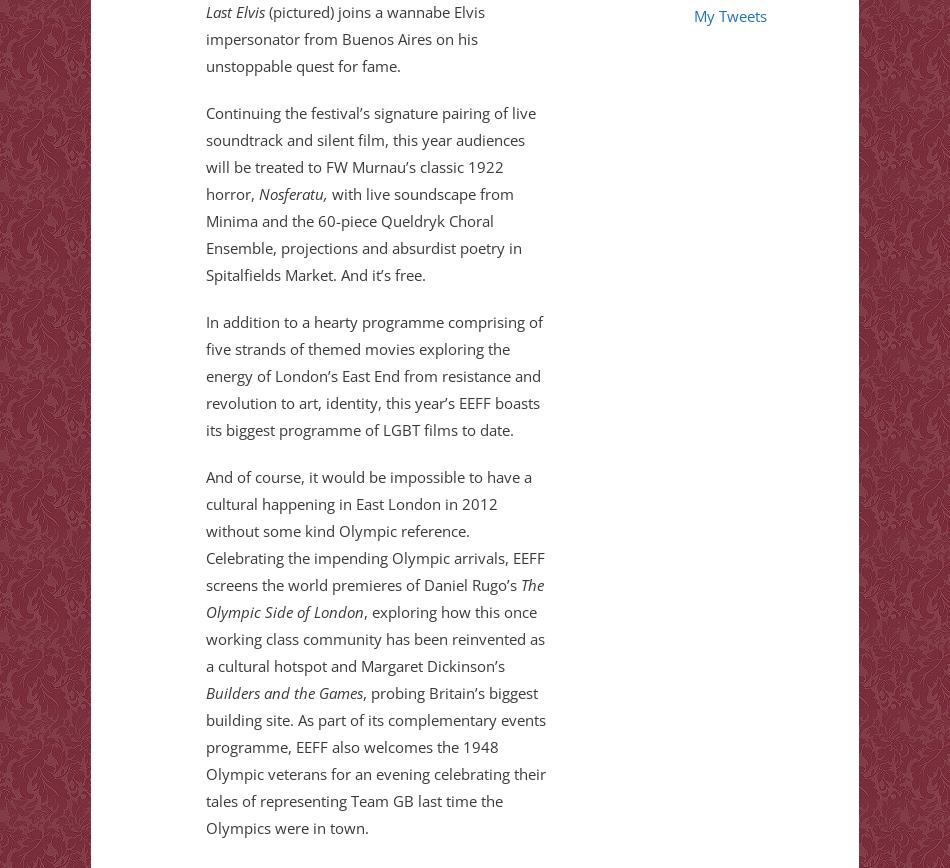  I want to click on 'In addition to a hearty programme comprising of five strands of themed movies exploring the energy of London’s East End from resistance and revolution to art, identity, this year’s EEFF boasts its biggest programme of LGBT films to date.', so click(373, 376).